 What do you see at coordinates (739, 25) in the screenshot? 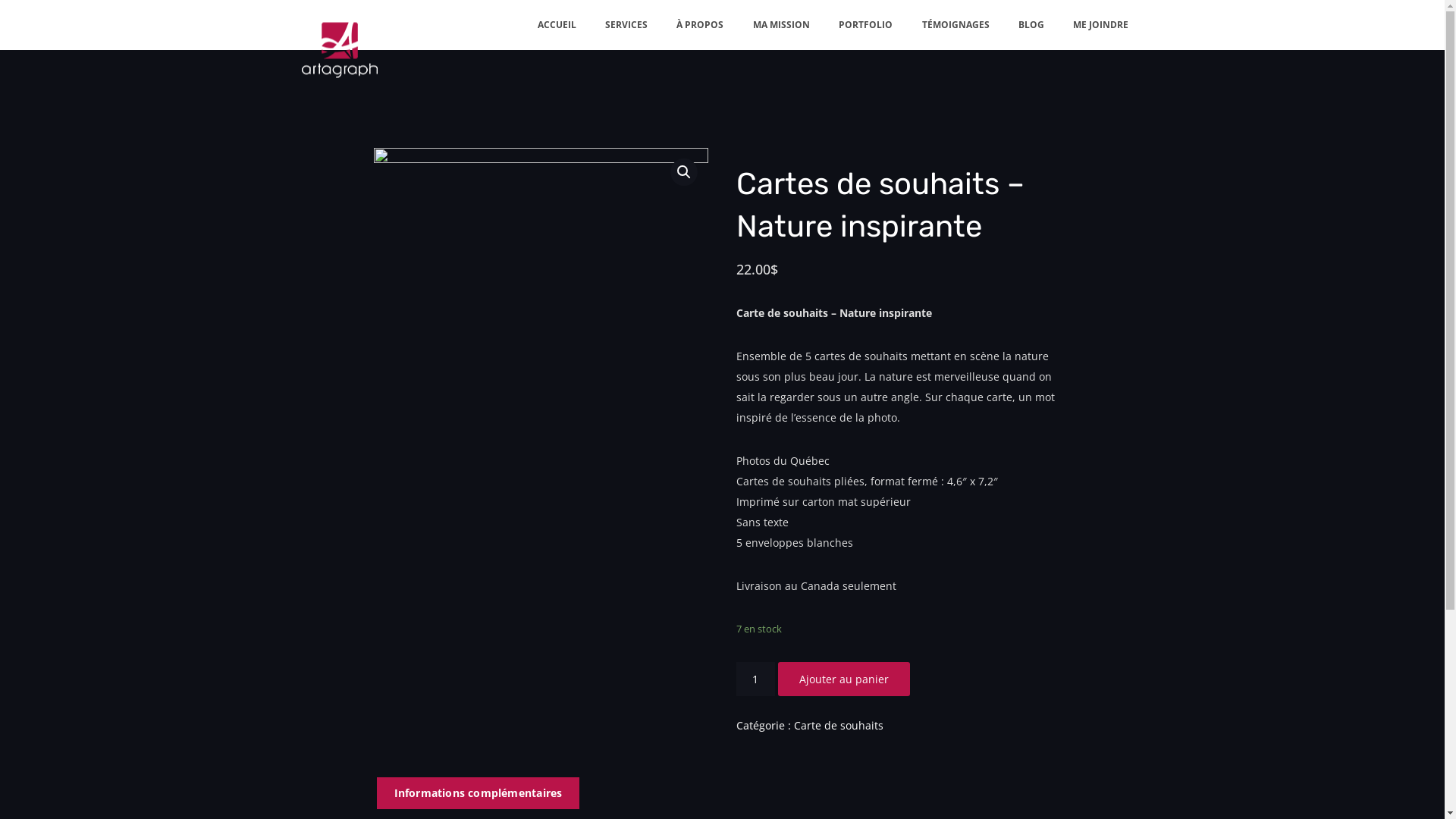
I see `'MA MISSION'` at bounding box center [739, 25].